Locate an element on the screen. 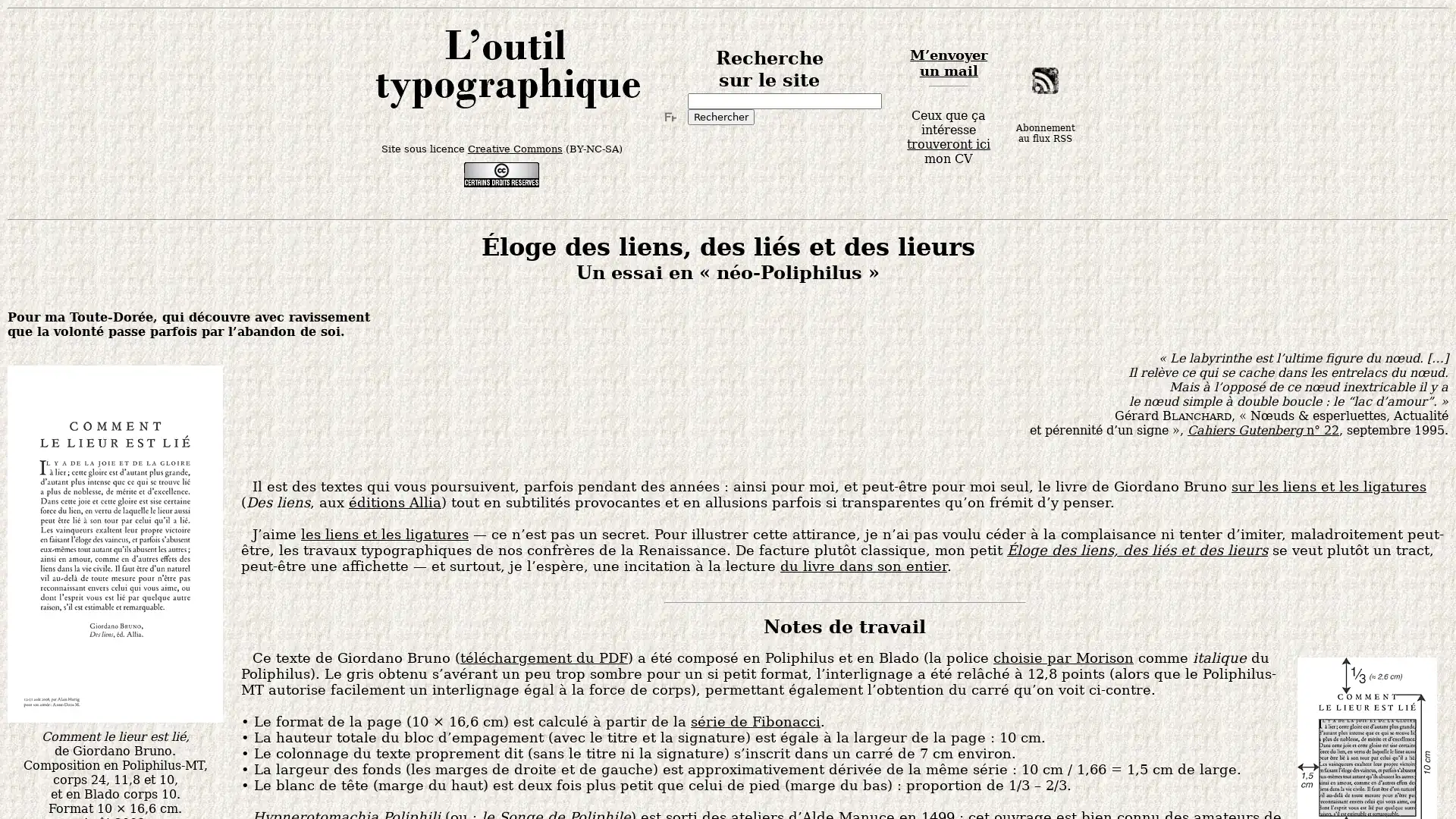 This screenshot has width=1456, height=819. Turn off Input Method is located at coordinates (670, 114).